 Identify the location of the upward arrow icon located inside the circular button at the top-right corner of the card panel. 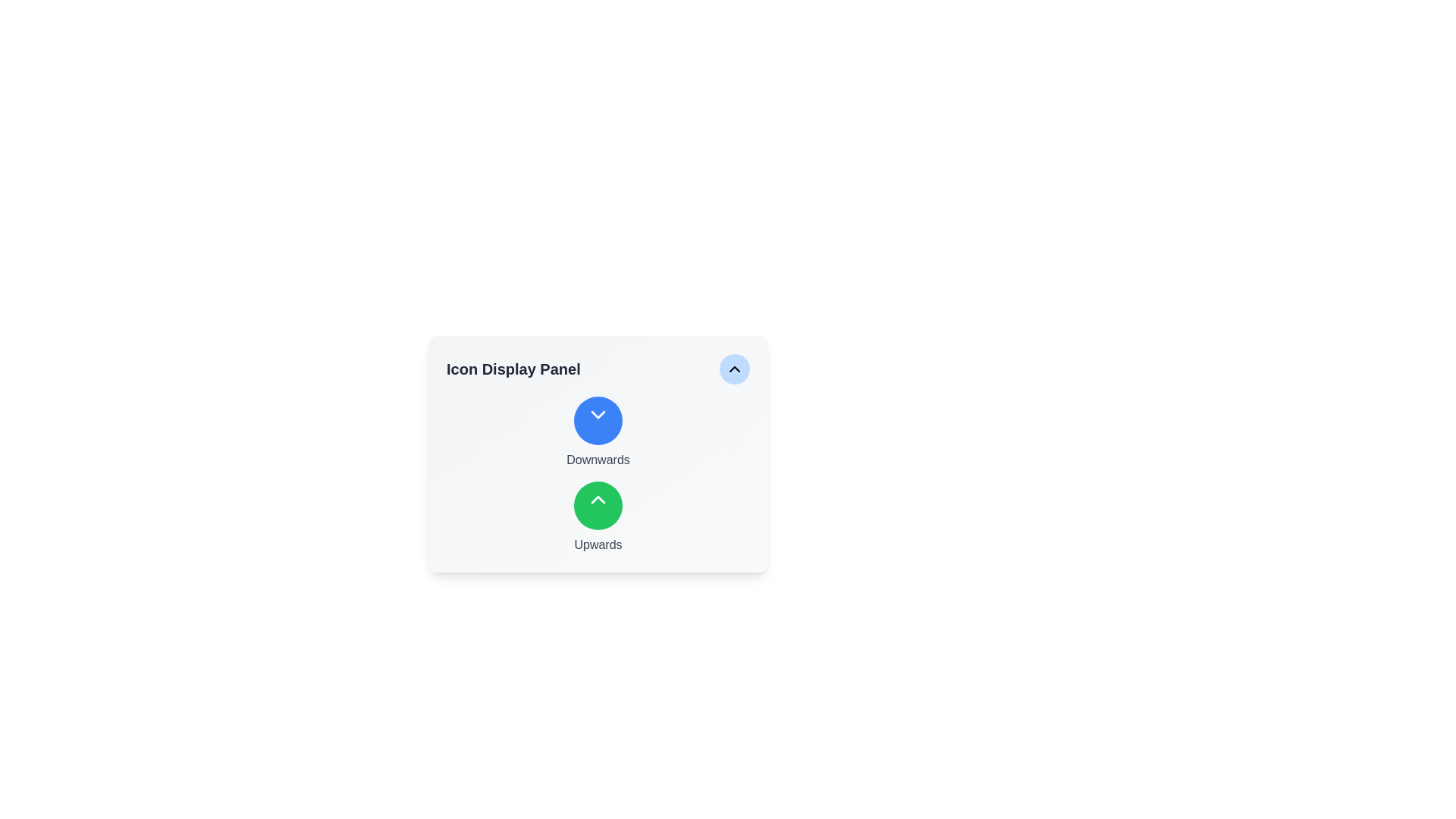
(597, 503).